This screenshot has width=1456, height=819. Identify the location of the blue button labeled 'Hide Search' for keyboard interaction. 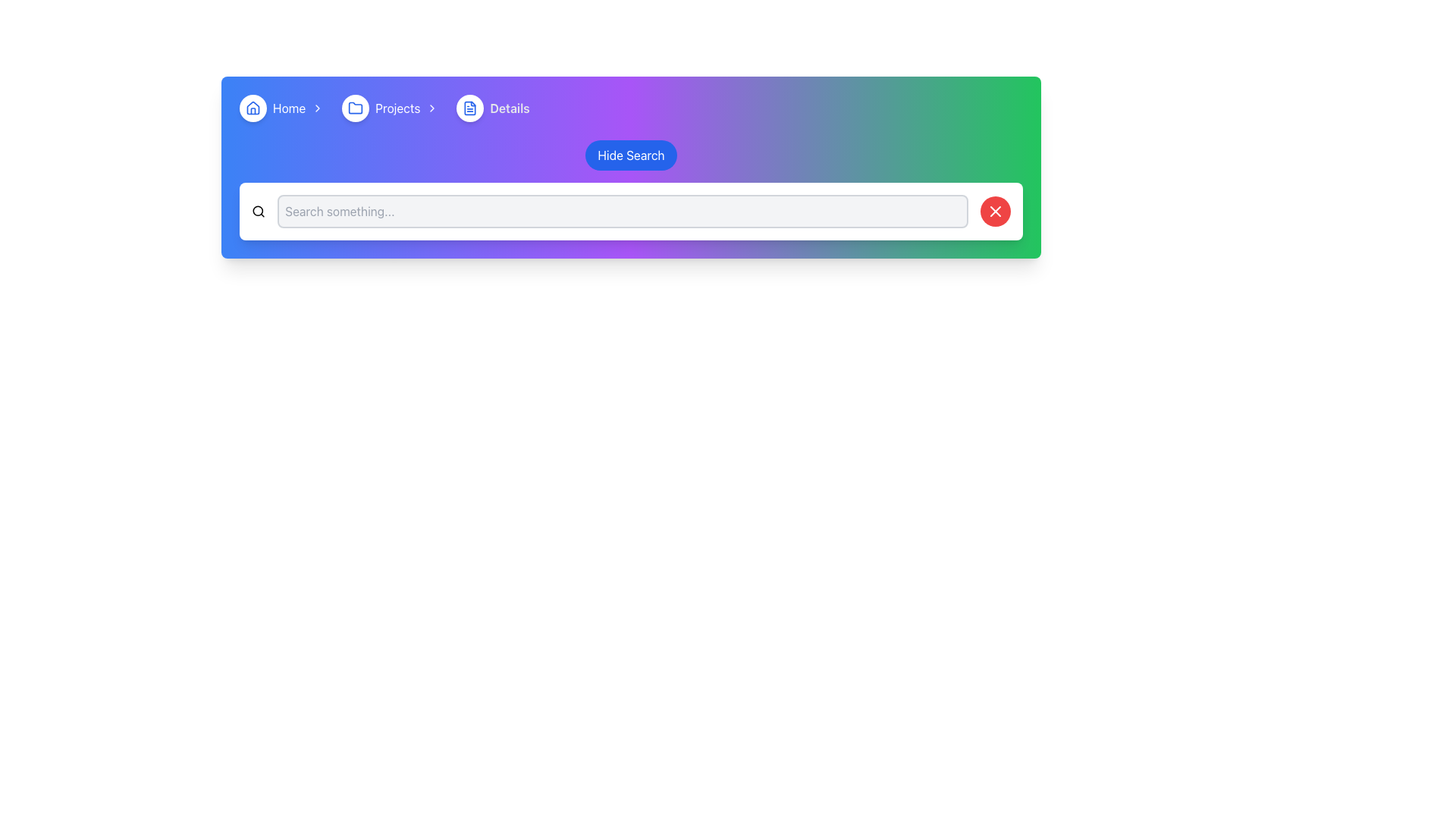
(631, 155).